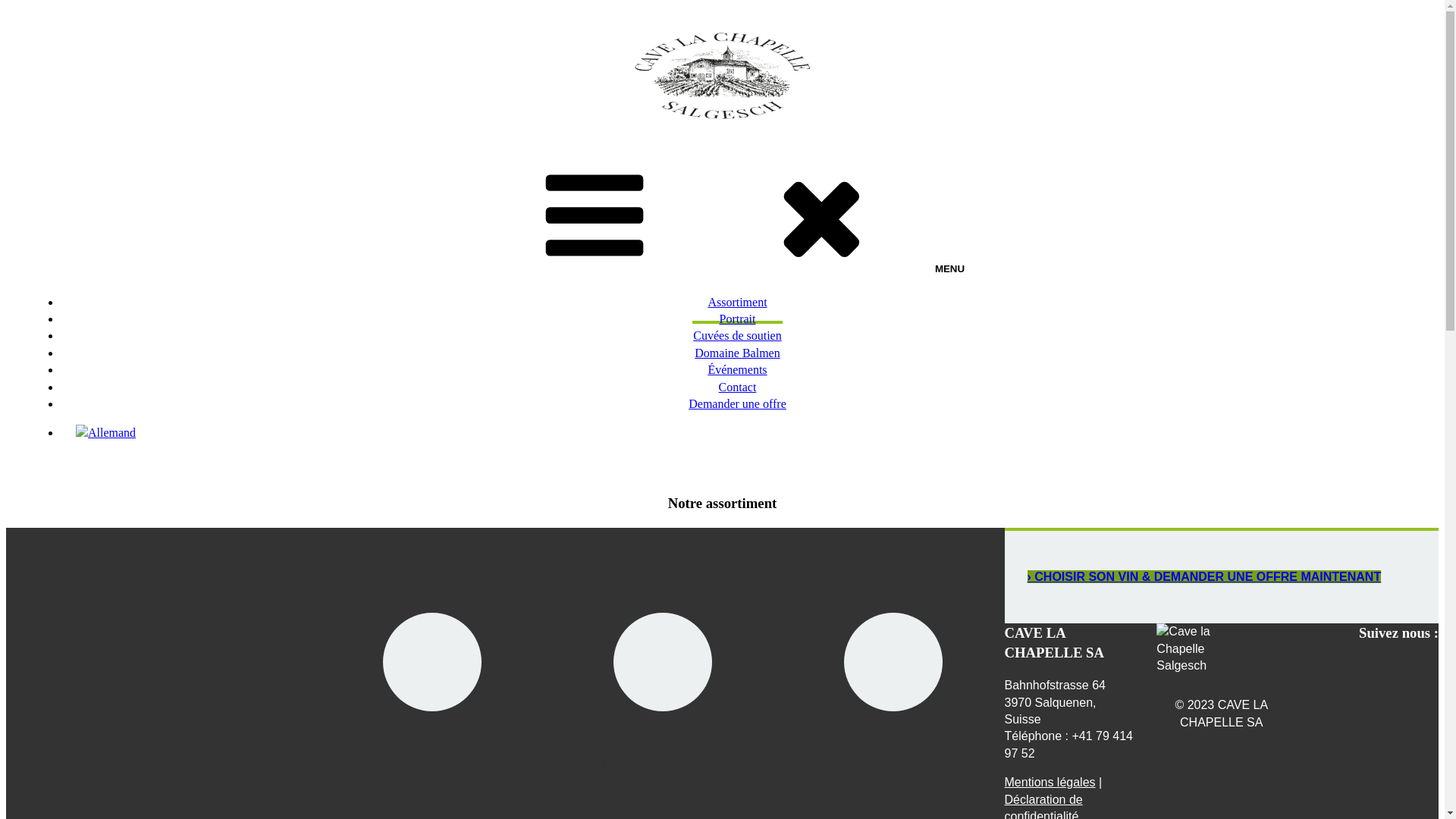 The image size is (1456, 819). I want to click on 'MENU', so click(721, 215).